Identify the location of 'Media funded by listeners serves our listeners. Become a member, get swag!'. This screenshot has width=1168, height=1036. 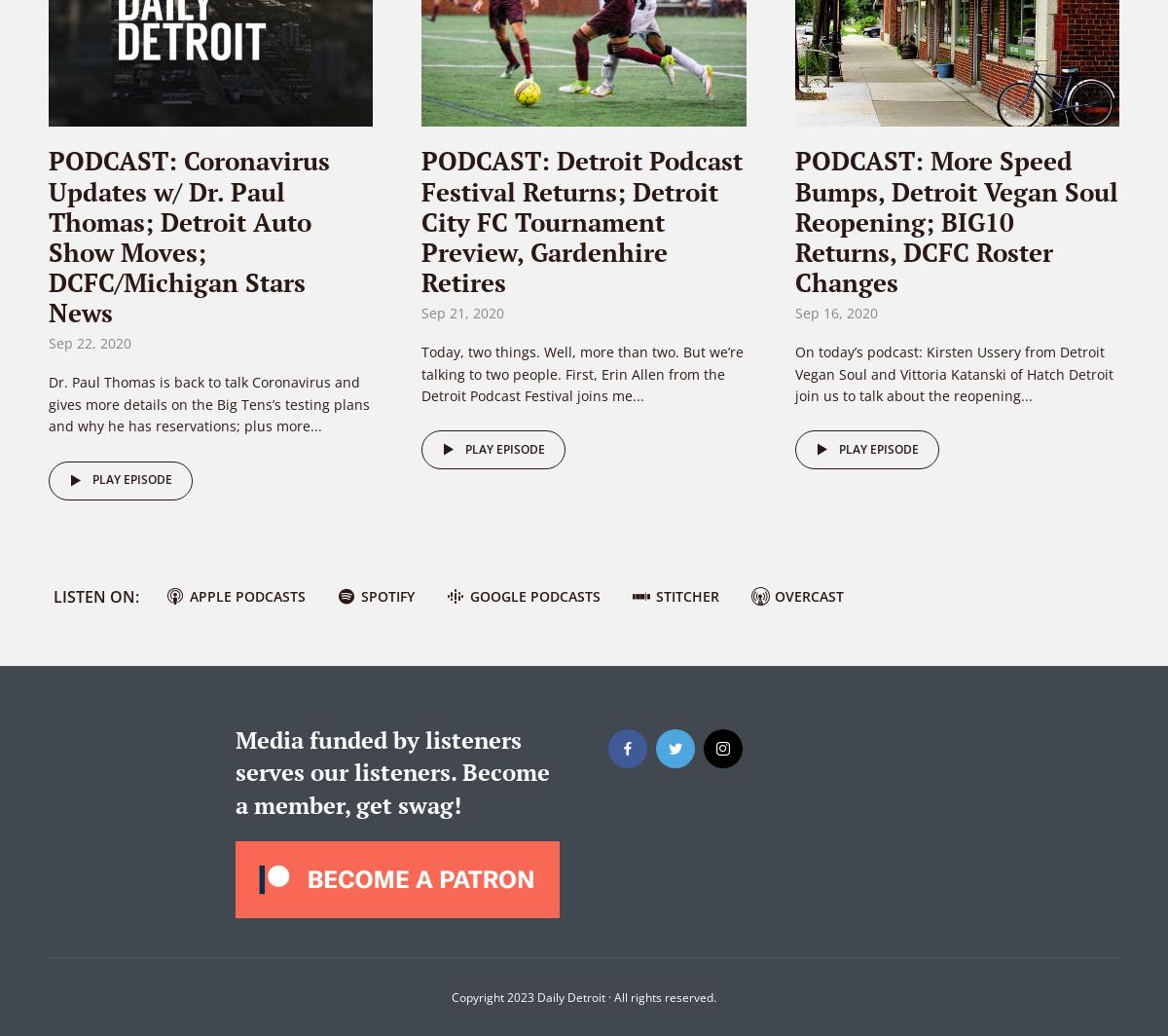
(233, 771).